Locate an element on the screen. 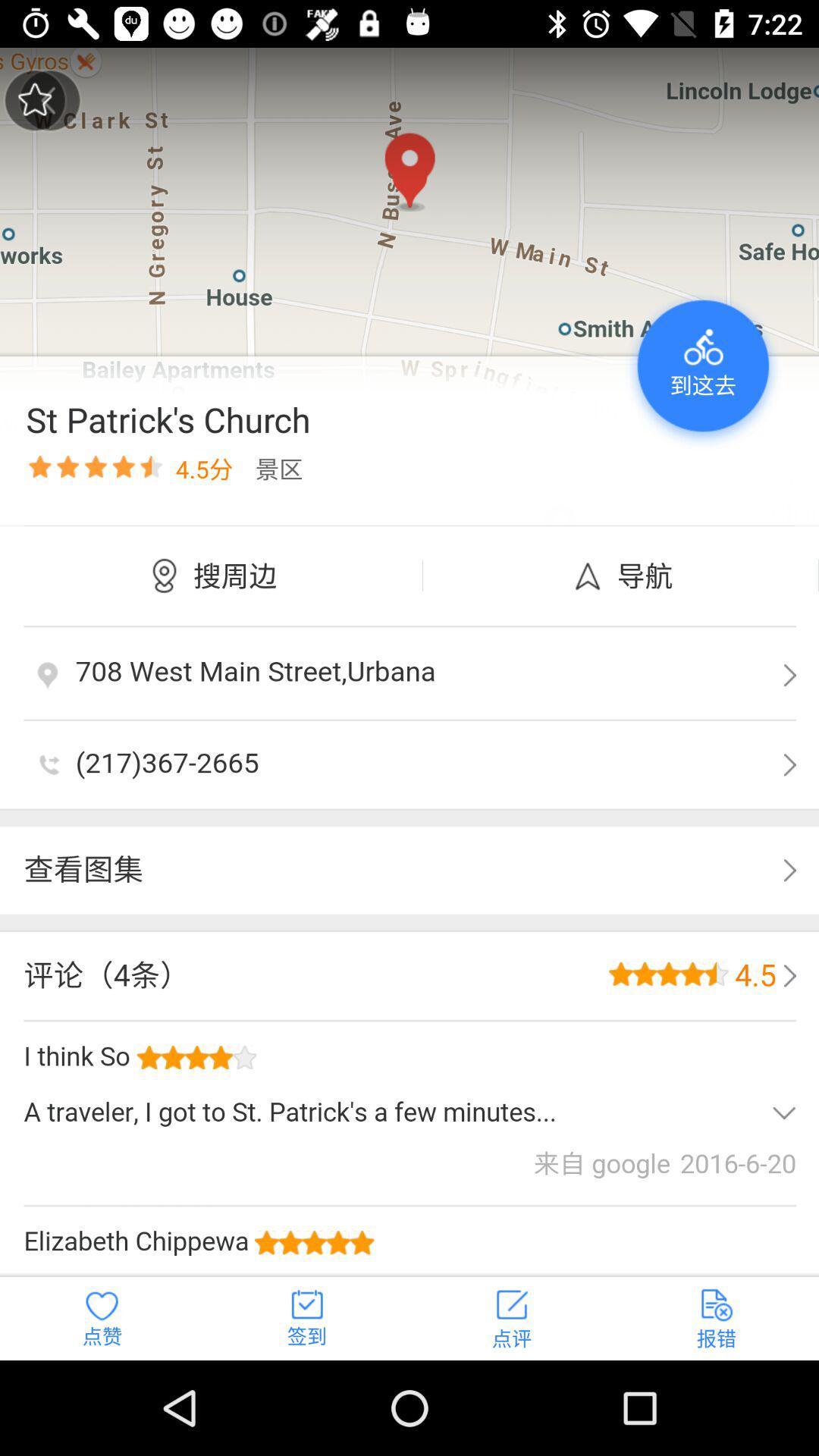 This screenshot has width=819, height=1456. the star icon is located at coordinates (49, 99).